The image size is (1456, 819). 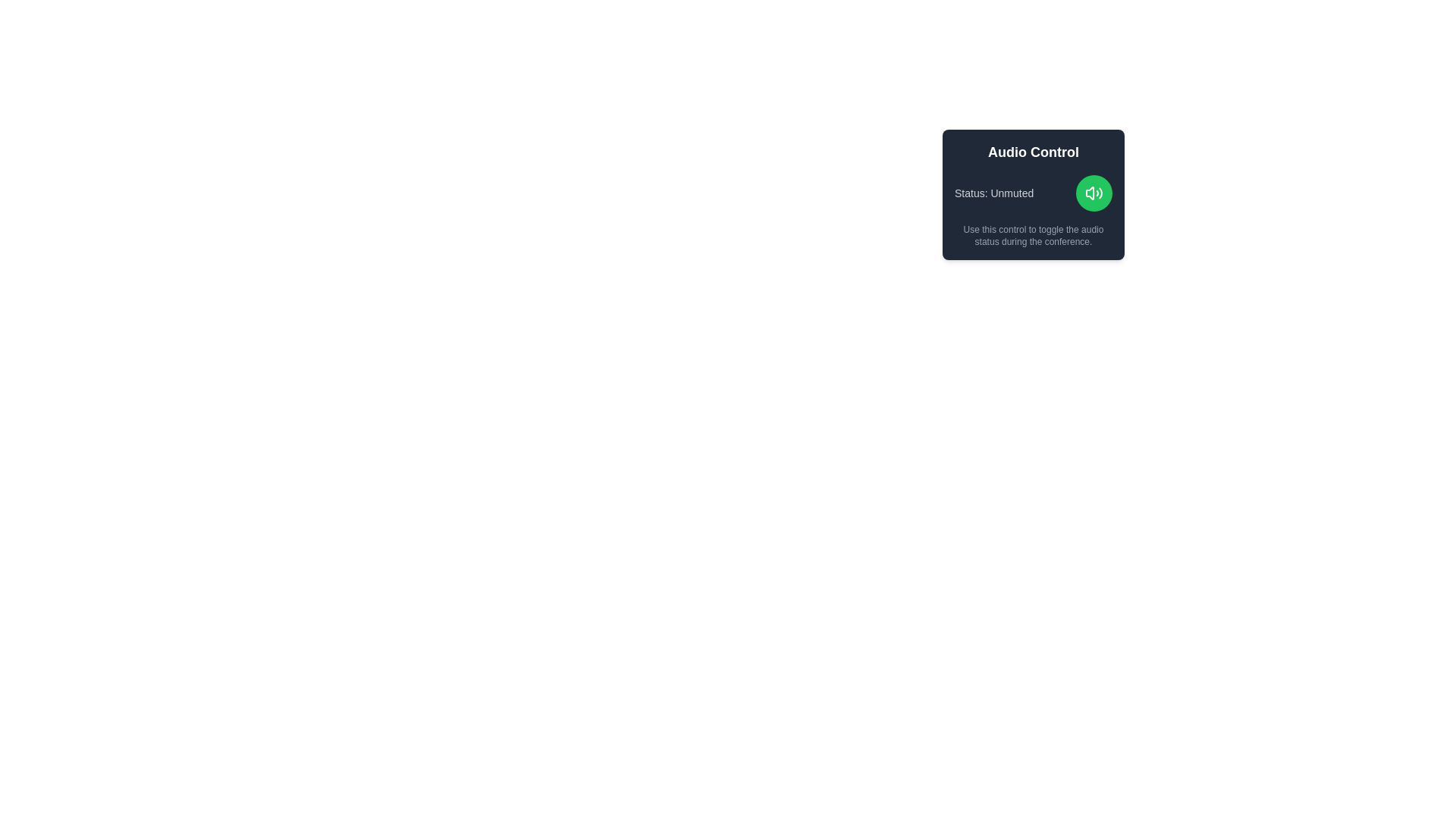 What do you see at coordinates (994, 192) in the screenshot?
I see `the 'Unmuted' text label that indicates the current audio status, which is located to the left of the green circular button with a volume icon in the 'Audio Control' card` at bounding box center [994, 192].